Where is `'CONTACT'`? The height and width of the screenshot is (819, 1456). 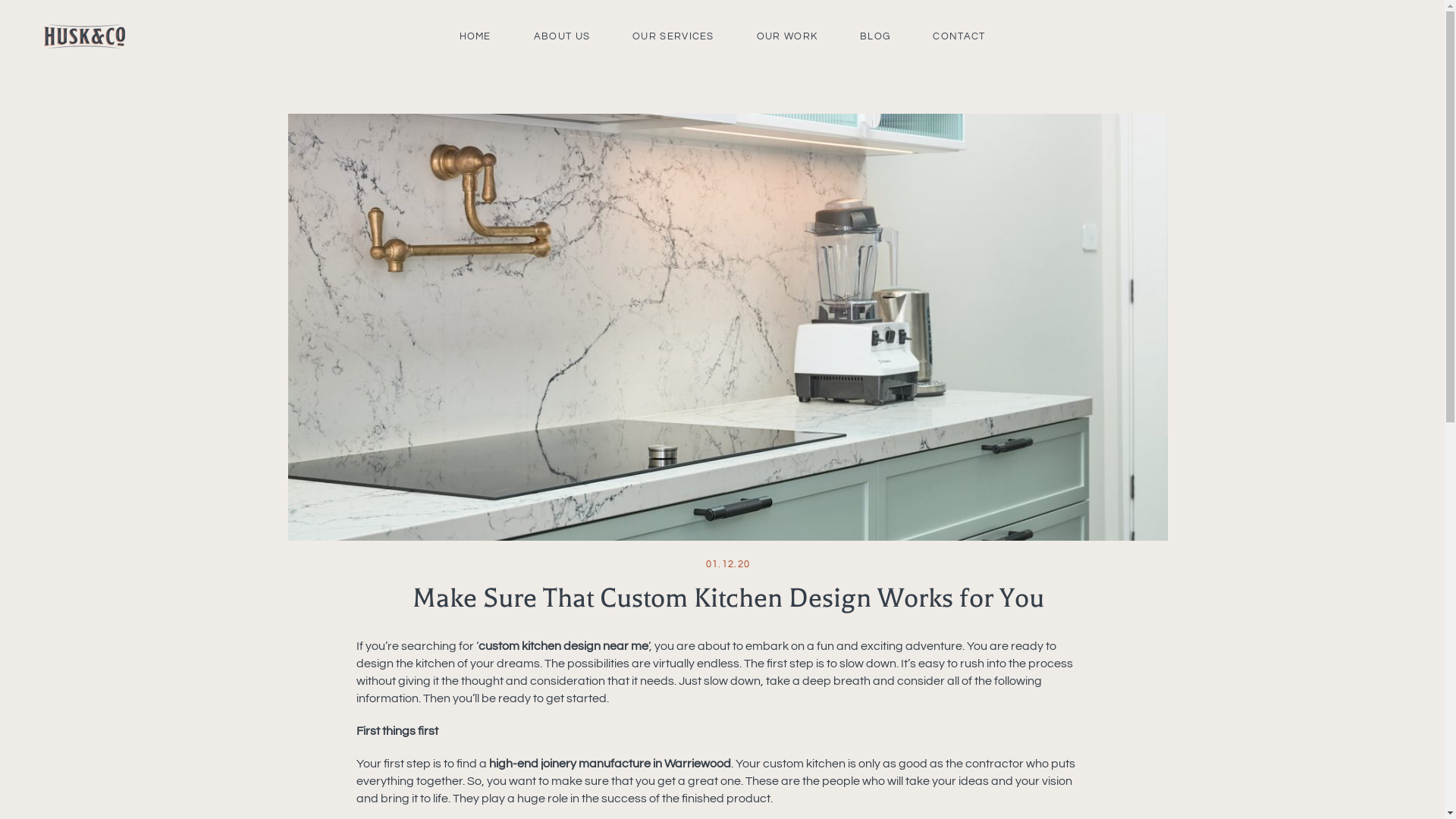
'CONTACT' is located at coordinates (958, 35).